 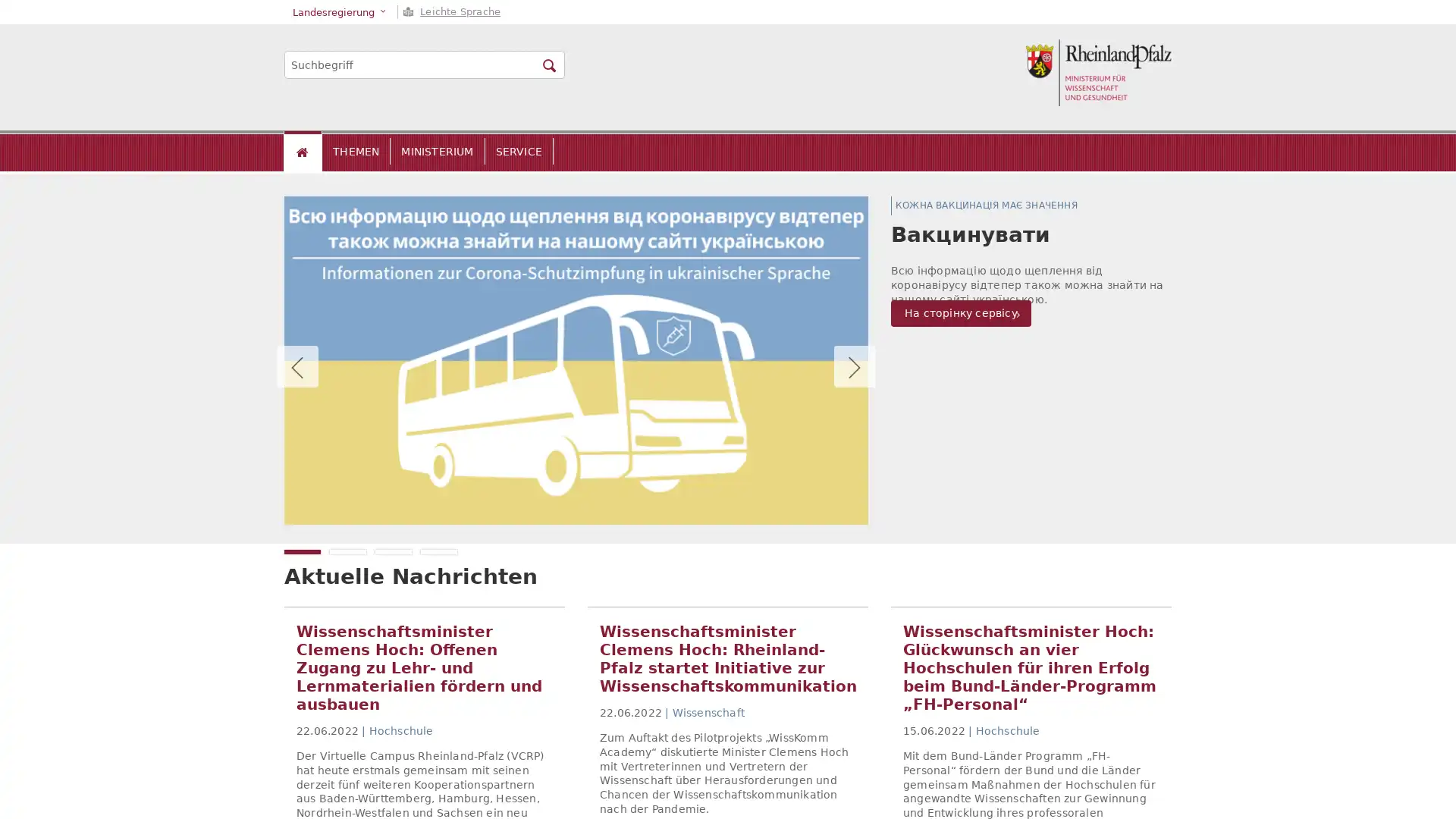 What do you see at coordinates (436, 152) in the screenshot?
I see `MINISTERIUM` at bounding box center [436, 152].